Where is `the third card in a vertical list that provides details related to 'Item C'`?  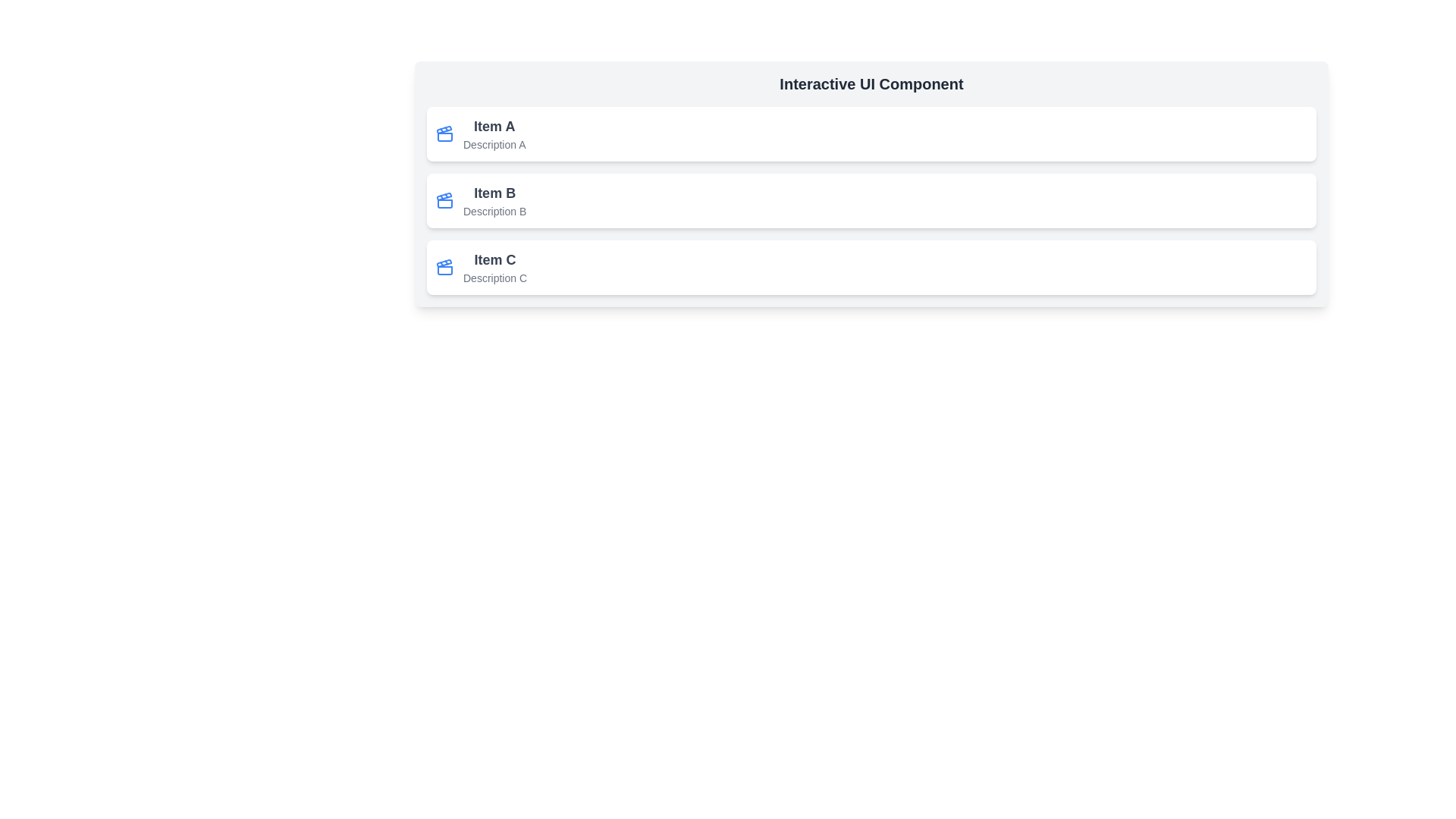 the third card in a vertical list that provides details related to 'Item C' is located at coordinates (871, 267).